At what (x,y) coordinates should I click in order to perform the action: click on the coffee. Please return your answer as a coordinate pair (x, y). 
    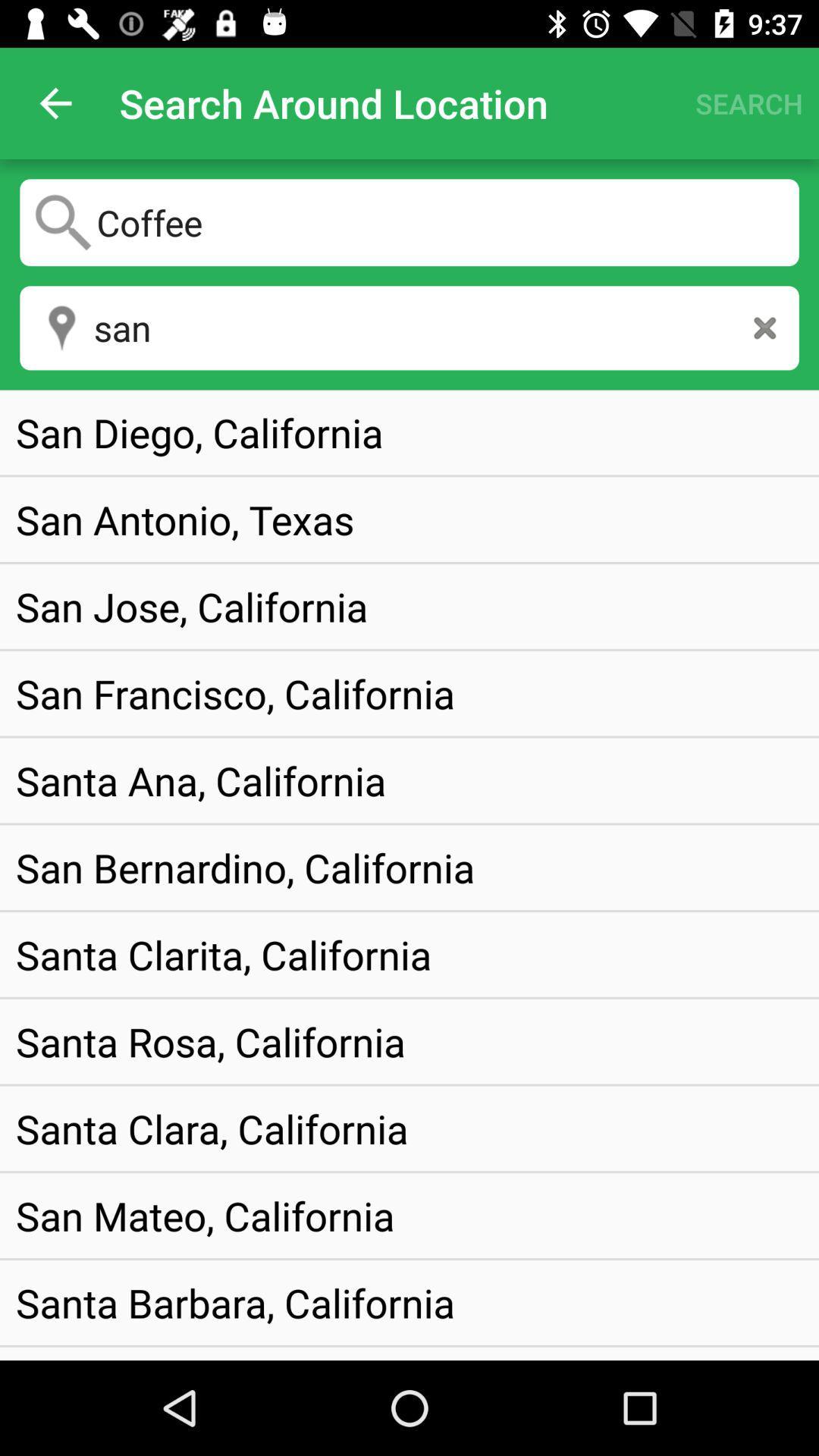
    Looking at the image, I should click on (409, 221).